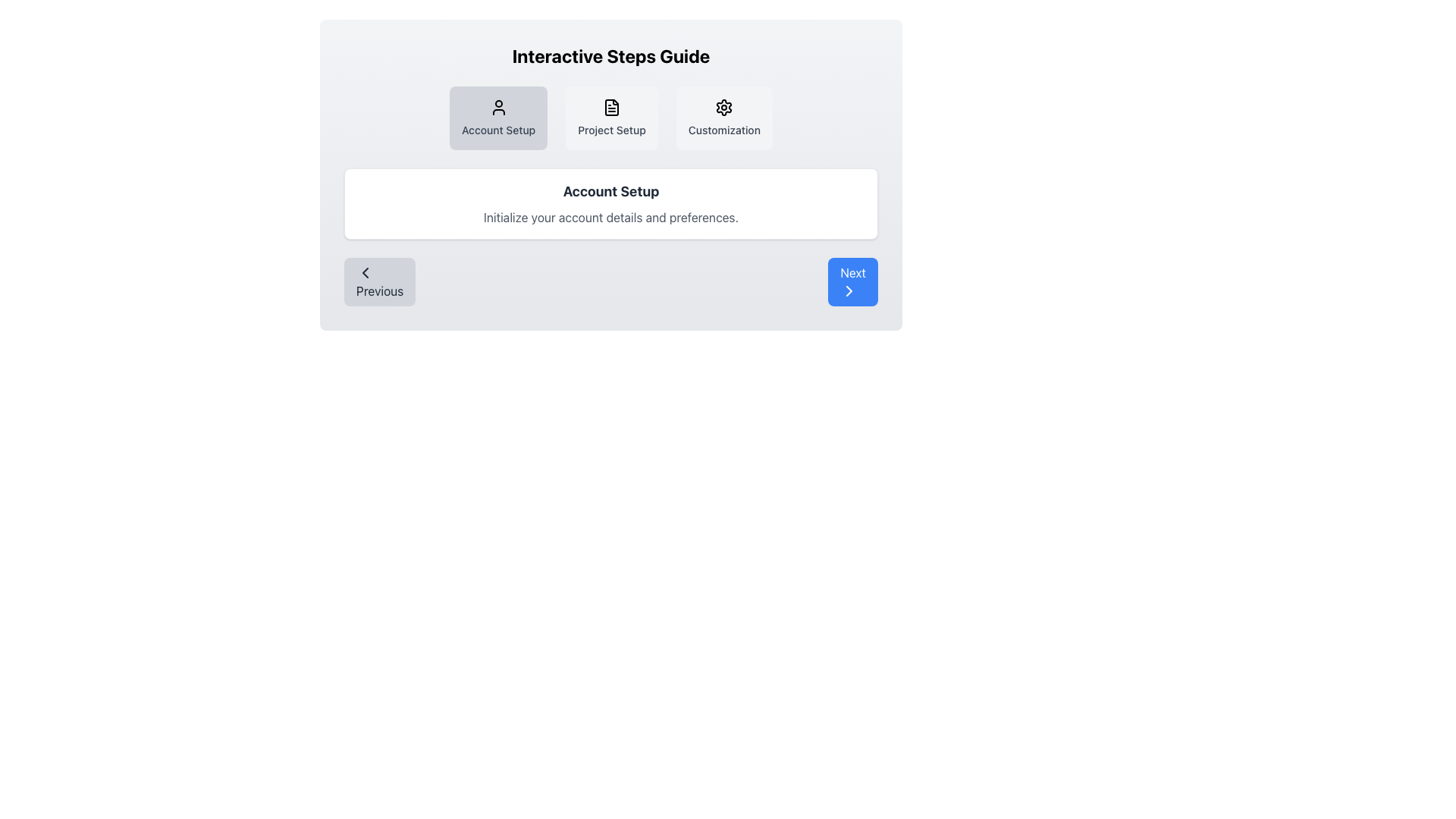 The width and height of the screenshot is (1456, 819). What do you see at coordinates (611, 107) in the screenshot?
I see `the second SVG icon in the navigation bar, which resembles a document or file with a folded corner and red detailing` at bounding box center [611, 107].